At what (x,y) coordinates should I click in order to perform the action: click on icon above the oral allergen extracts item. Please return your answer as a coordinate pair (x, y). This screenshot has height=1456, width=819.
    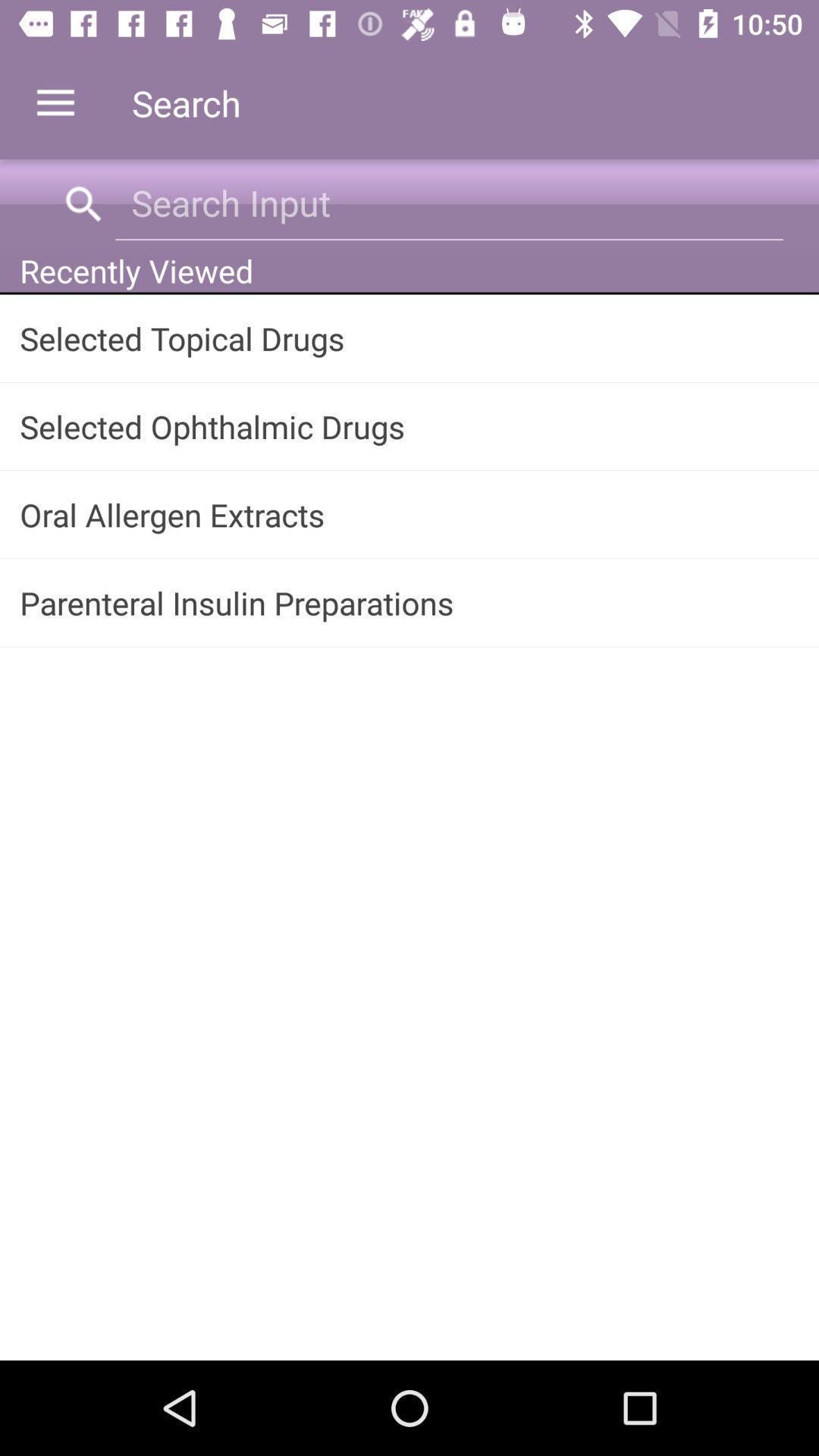
    Looking at the image, I should click on (409, 425).